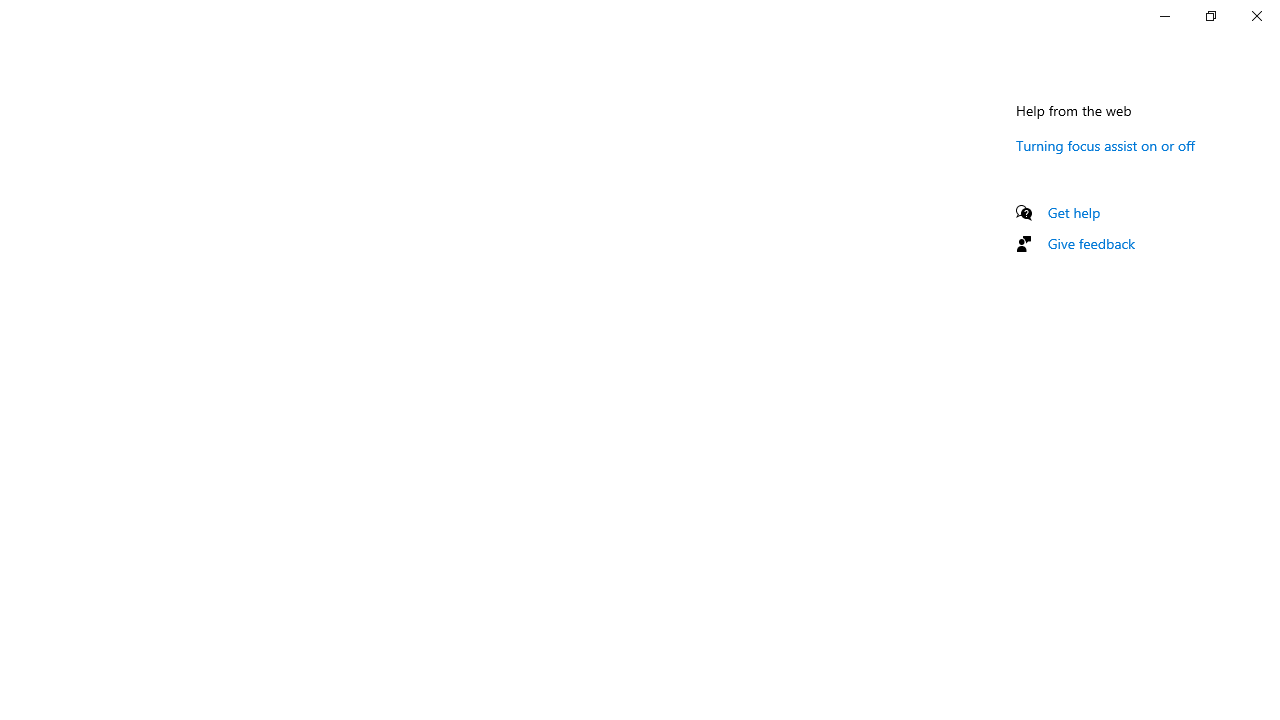  What do you see at coordinates (1255, 15) in the screenshot?
I see `'Close Settings'` at bounding box center [1255, 15].